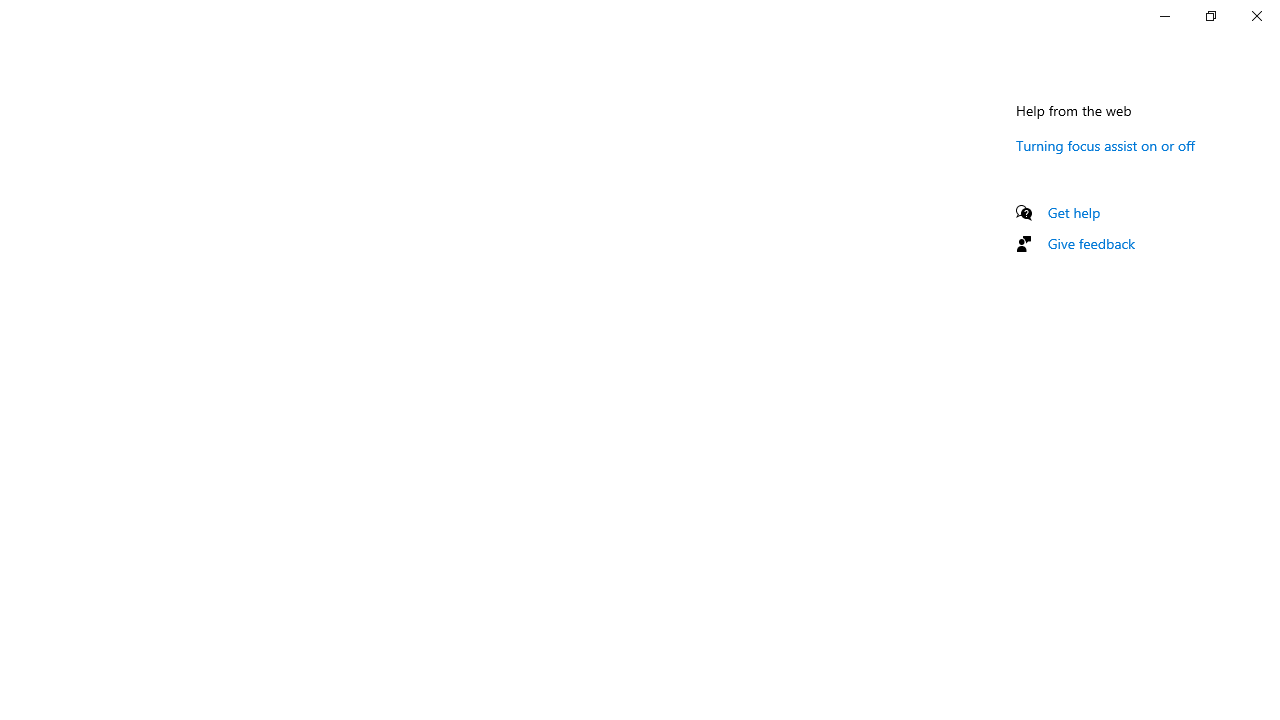  What do you see at coordinates (1255, 15) in the screenshot?
I see `'Close Settings'` at bounding box center [1255, 15].